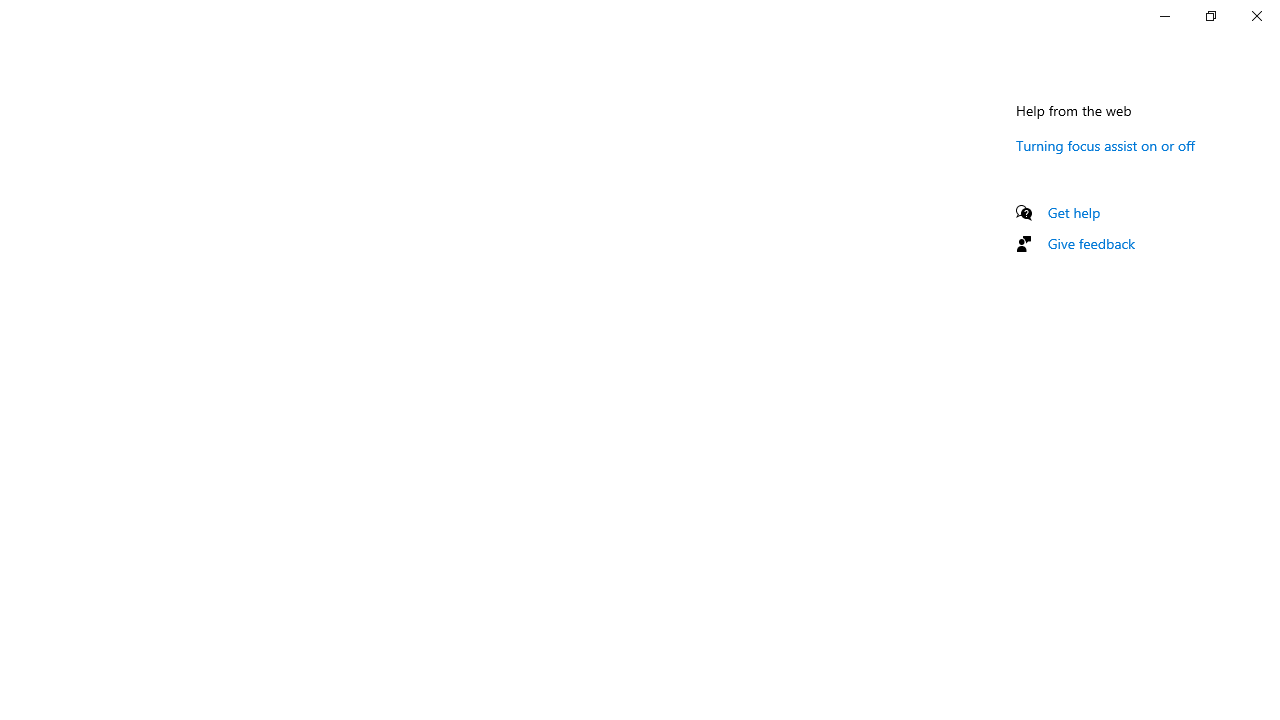  What do you see at coordinates (1255, 15) in the screenshot?
I see `'Close Settings'` at bounding box center [1255, 15].